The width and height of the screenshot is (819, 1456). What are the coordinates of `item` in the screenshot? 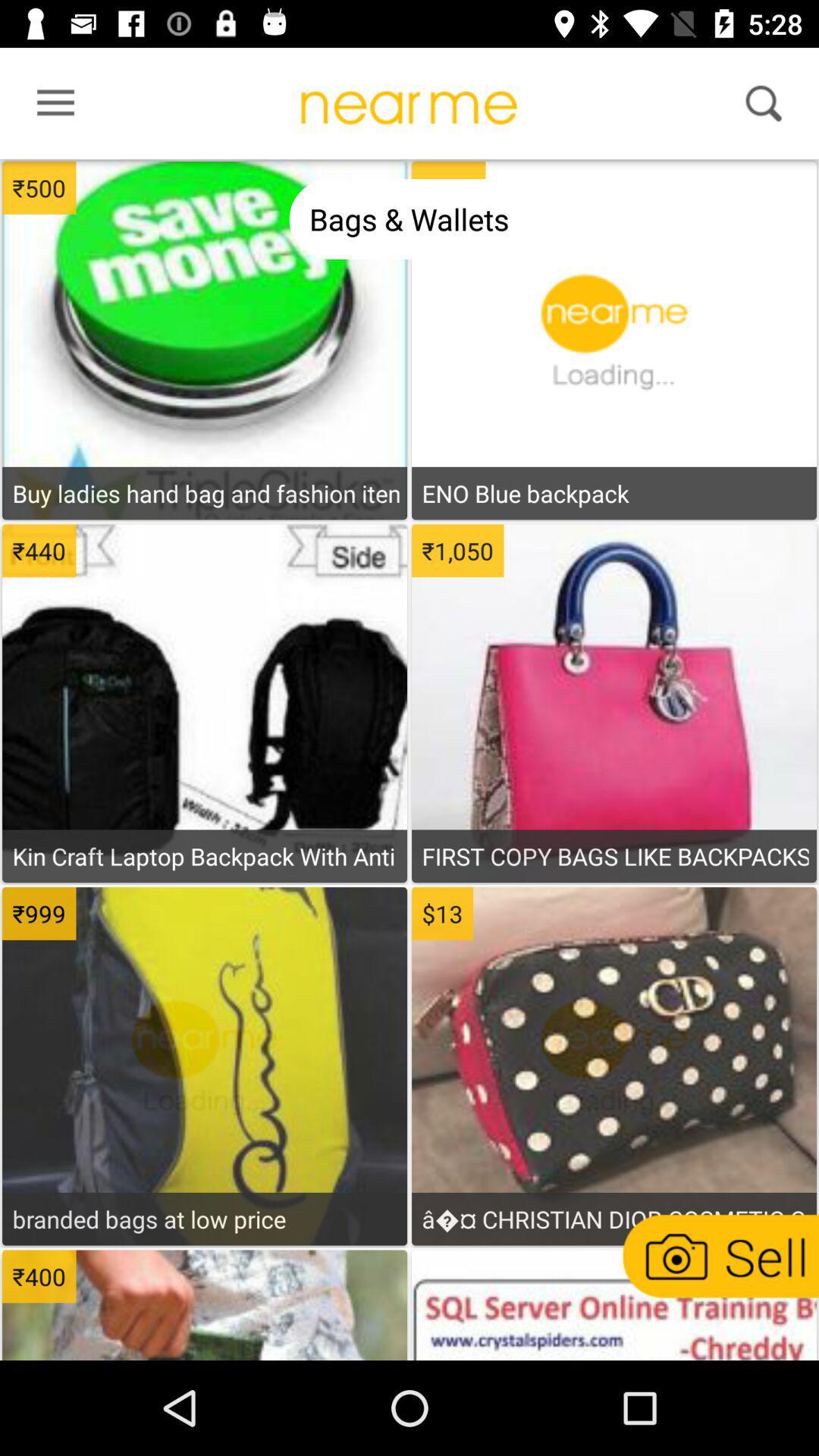 It's located at (205, 1307).